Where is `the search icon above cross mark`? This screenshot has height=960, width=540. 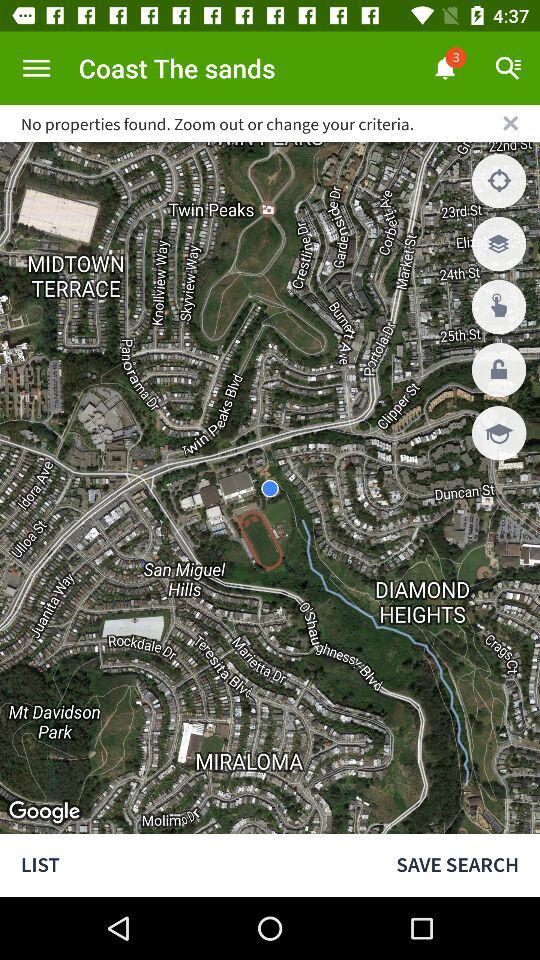
the search icon above cross mark is located at coordinates (508, 68).